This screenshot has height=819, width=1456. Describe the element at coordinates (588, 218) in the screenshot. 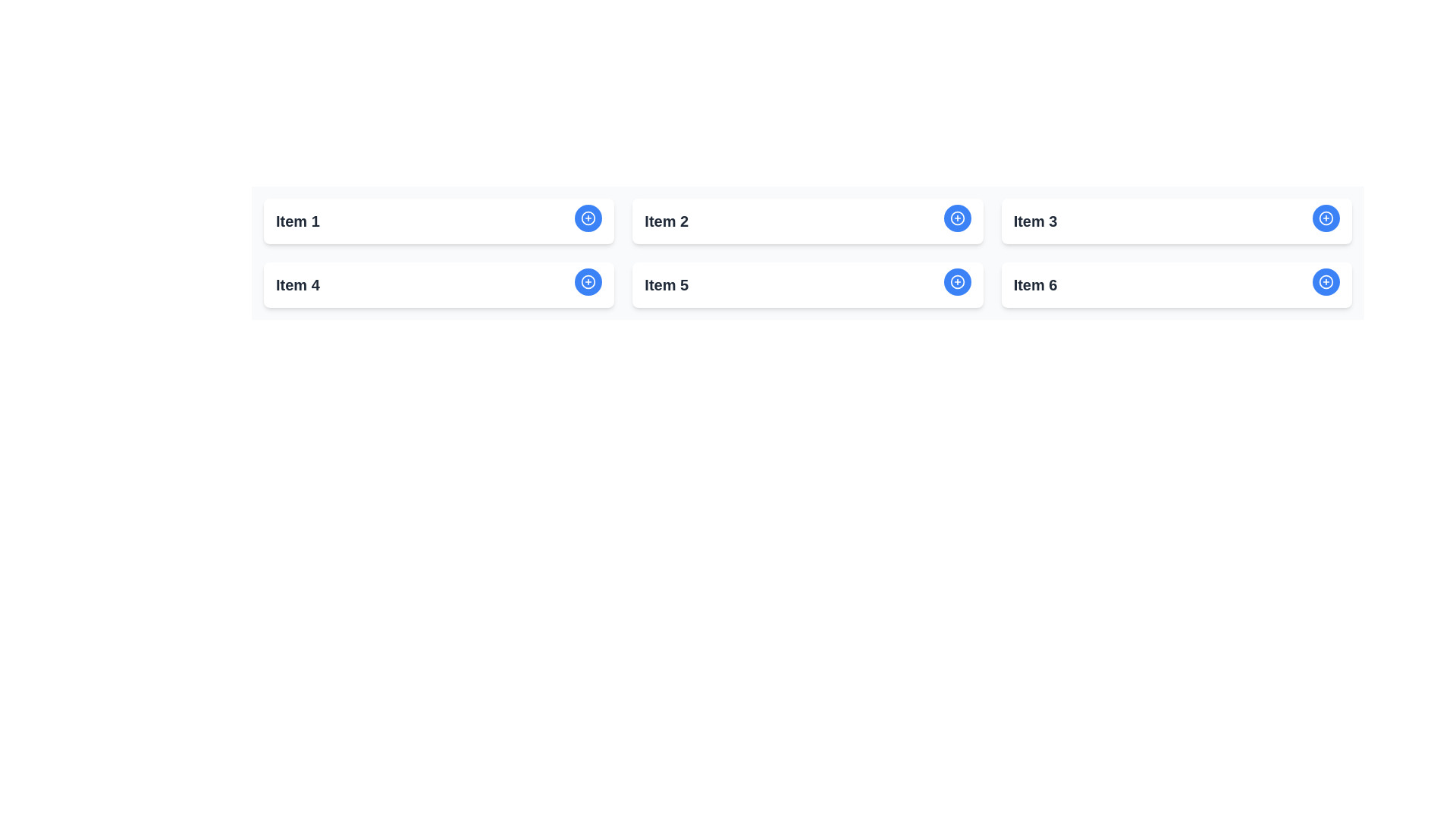

I see `the circular icon button with a blue background and a white '+' symbol` at that location.